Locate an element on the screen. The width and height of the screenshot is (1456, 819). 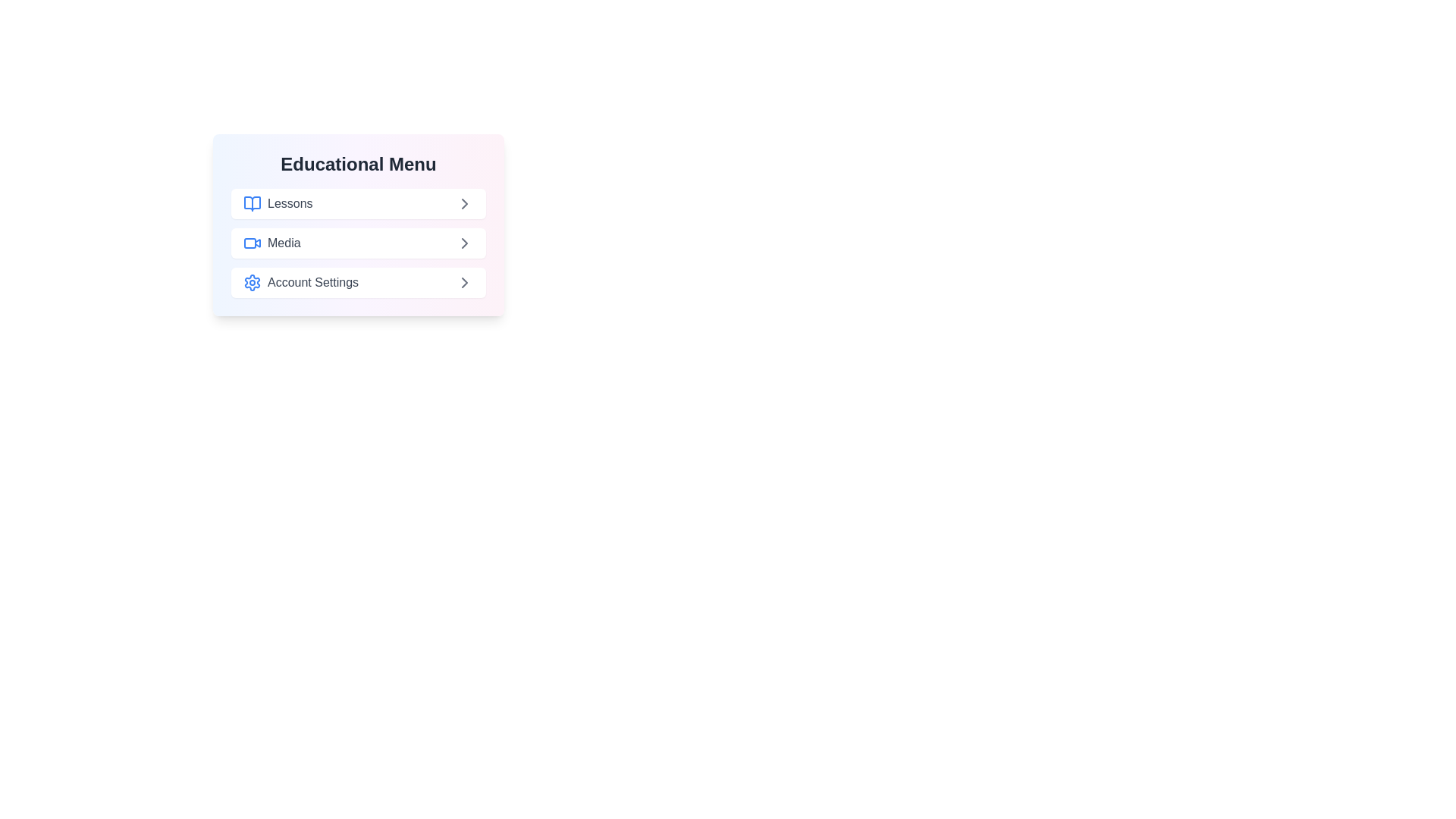
the blue gear icon located within the 'Account Settings' option of the menu, which is part of the 'Educational Menu' card is located at coordinates (252, 283).